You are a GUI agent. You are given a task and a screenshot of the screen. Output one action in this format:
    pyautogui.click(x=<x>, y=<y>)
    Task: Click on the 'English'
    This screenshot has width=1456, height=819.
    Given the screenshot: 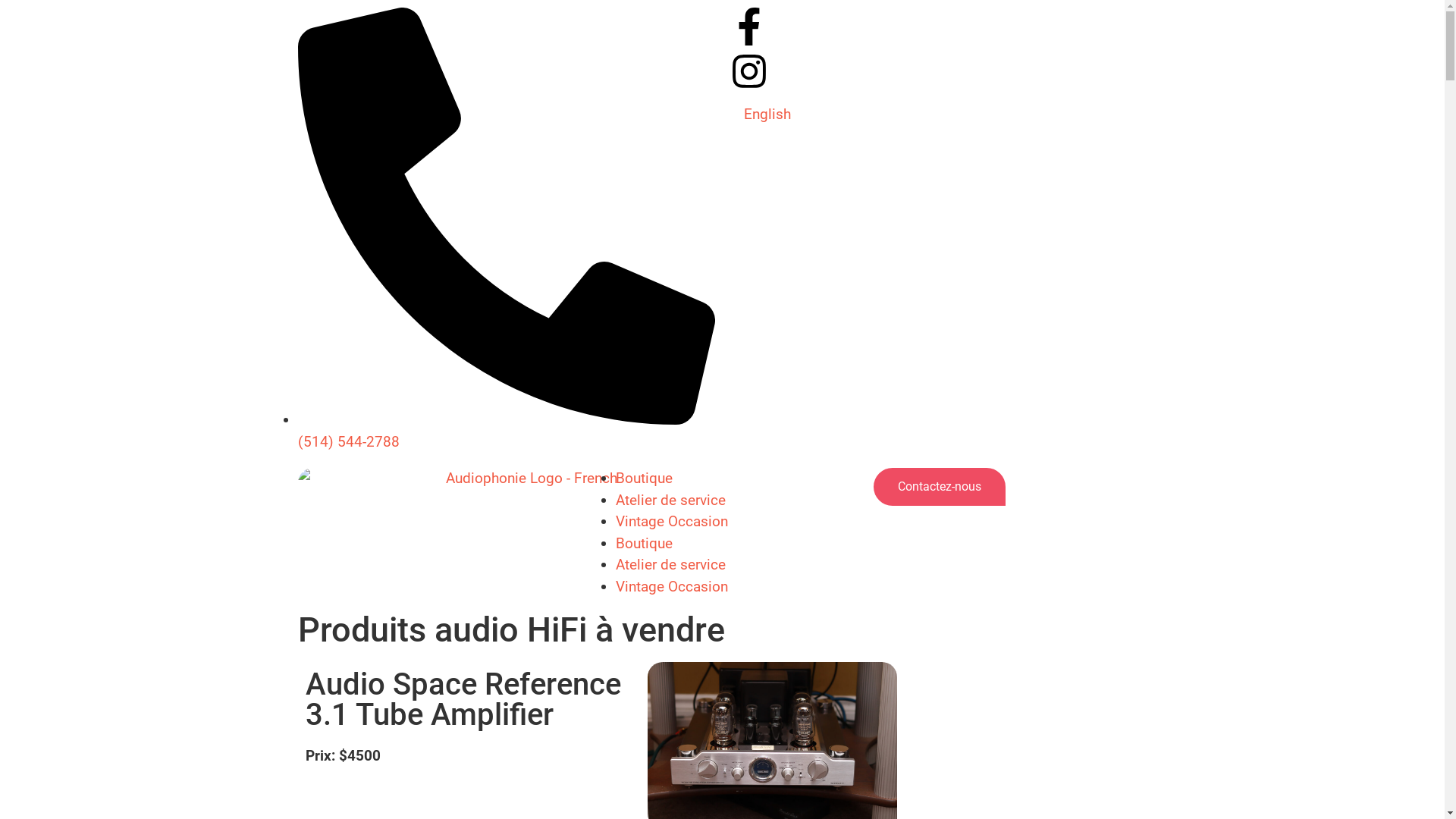 What is the action you would take?
    pyautogui.click(x=767, y=113)
    